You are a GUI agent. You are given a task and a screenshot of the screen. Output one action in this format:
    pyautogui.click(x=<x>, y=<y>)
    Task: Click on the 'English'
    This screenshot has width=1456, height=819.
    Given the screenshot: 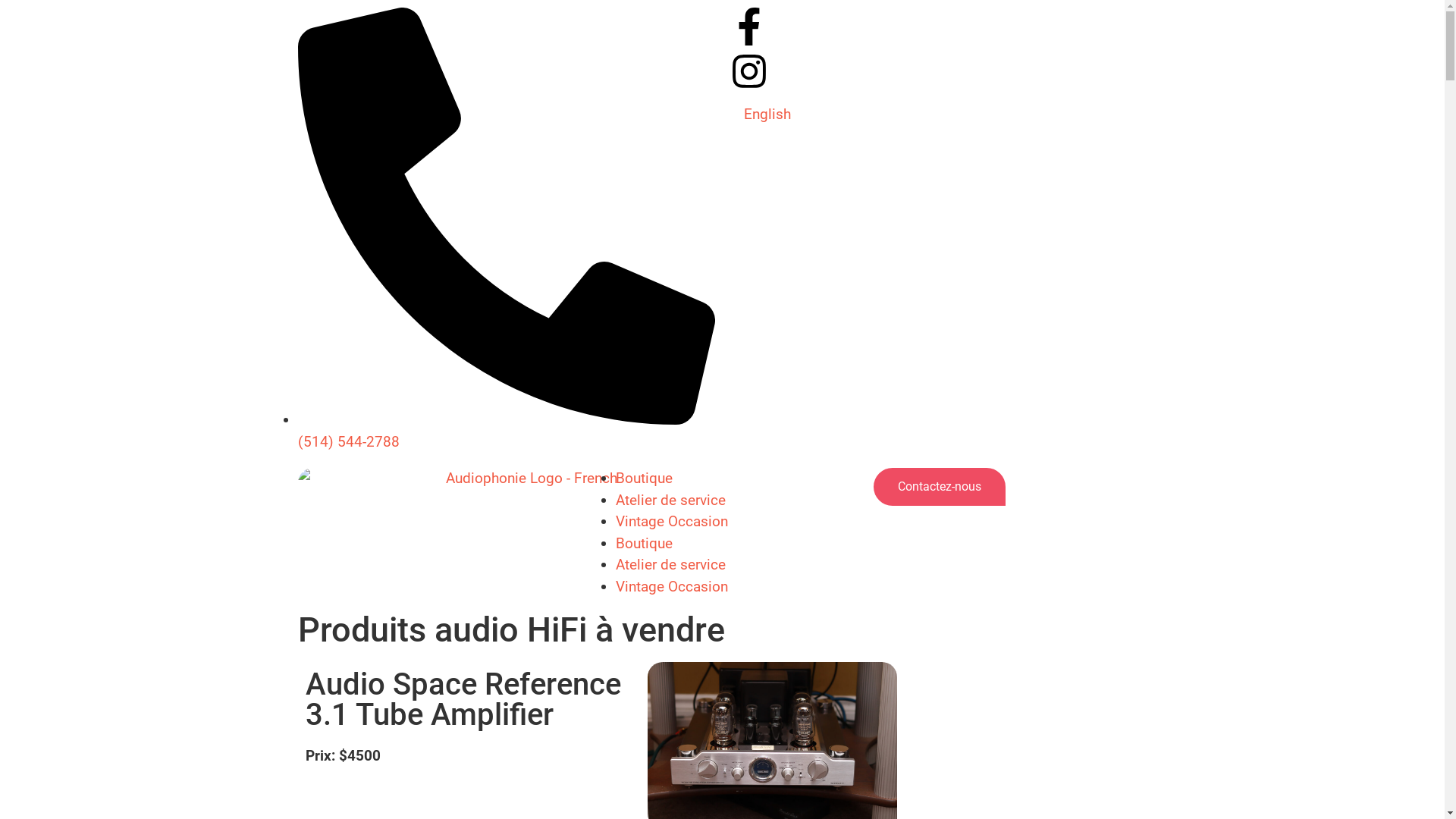 What is the action you would take?
    pyautogui.click(x=767, y=113)
    